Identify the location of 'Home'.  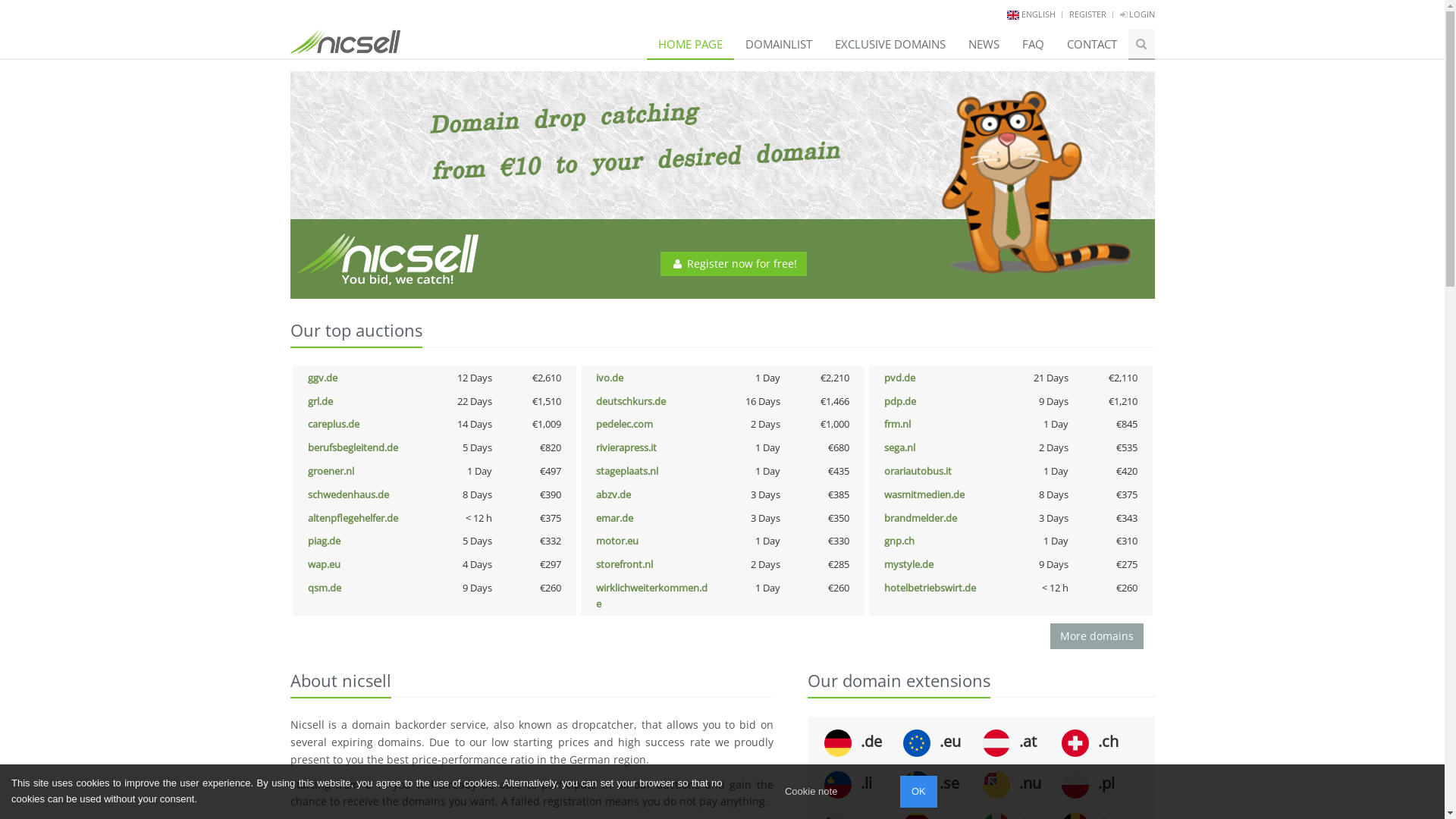
(344, 36).